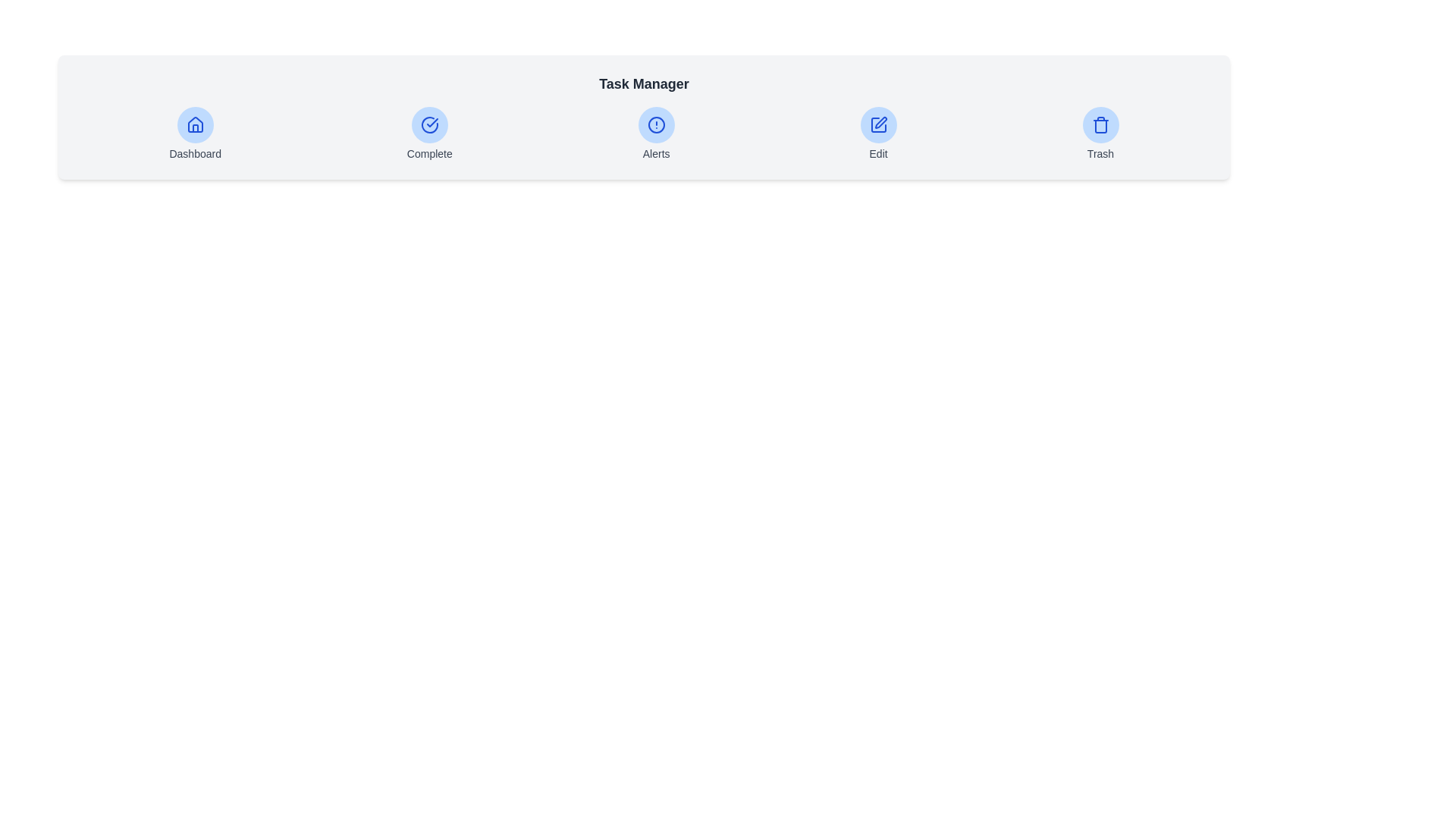 This screenshot has width=1456, height=819. I want to click on the house-shaped icon button with a blue stroke color located in the top-left corner of the navigation toolbar, so click(194, 124).